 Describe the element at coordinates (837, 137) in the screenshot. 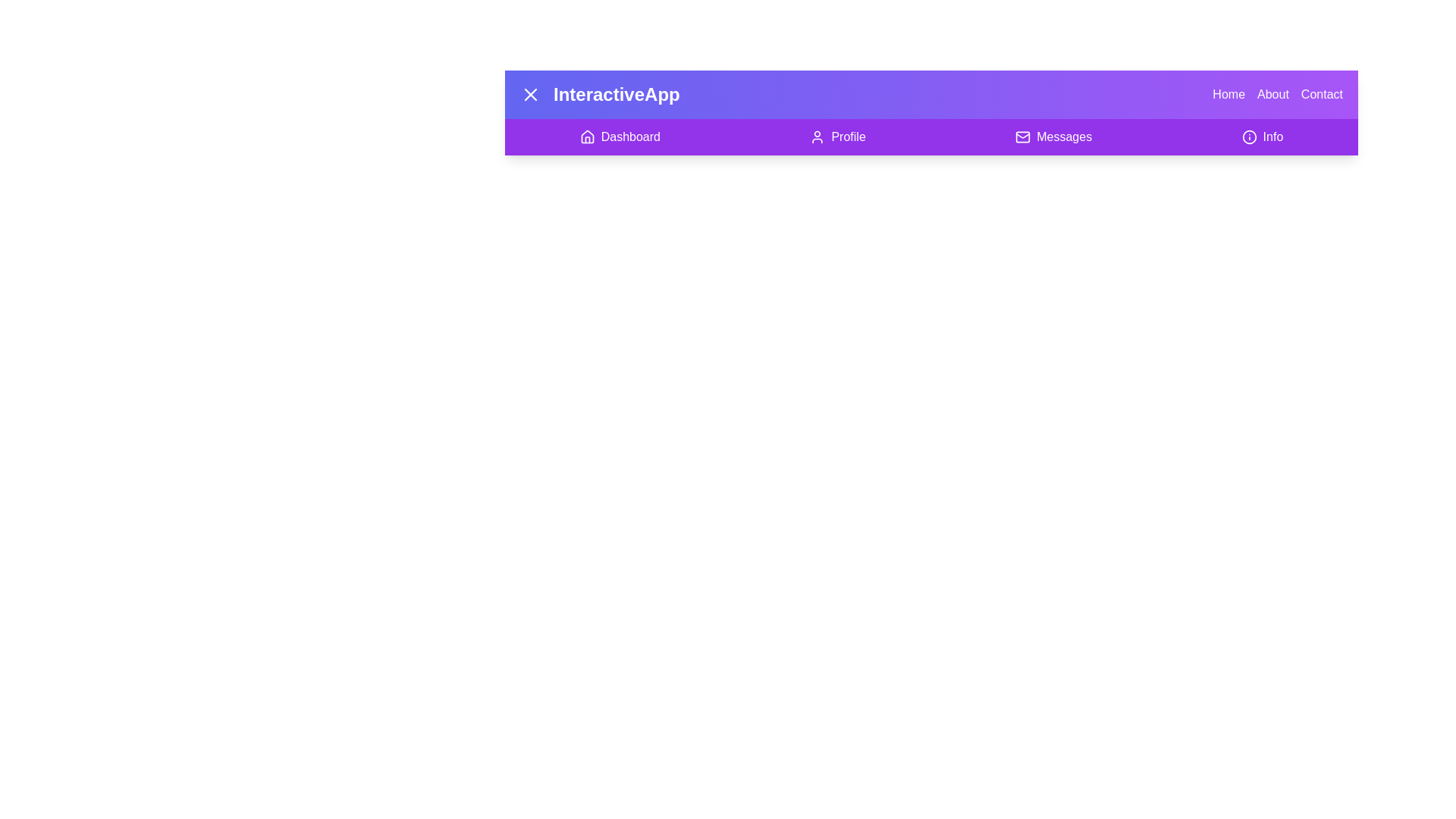

I see `the button labeled Profile to observe its hover effect` at that location.